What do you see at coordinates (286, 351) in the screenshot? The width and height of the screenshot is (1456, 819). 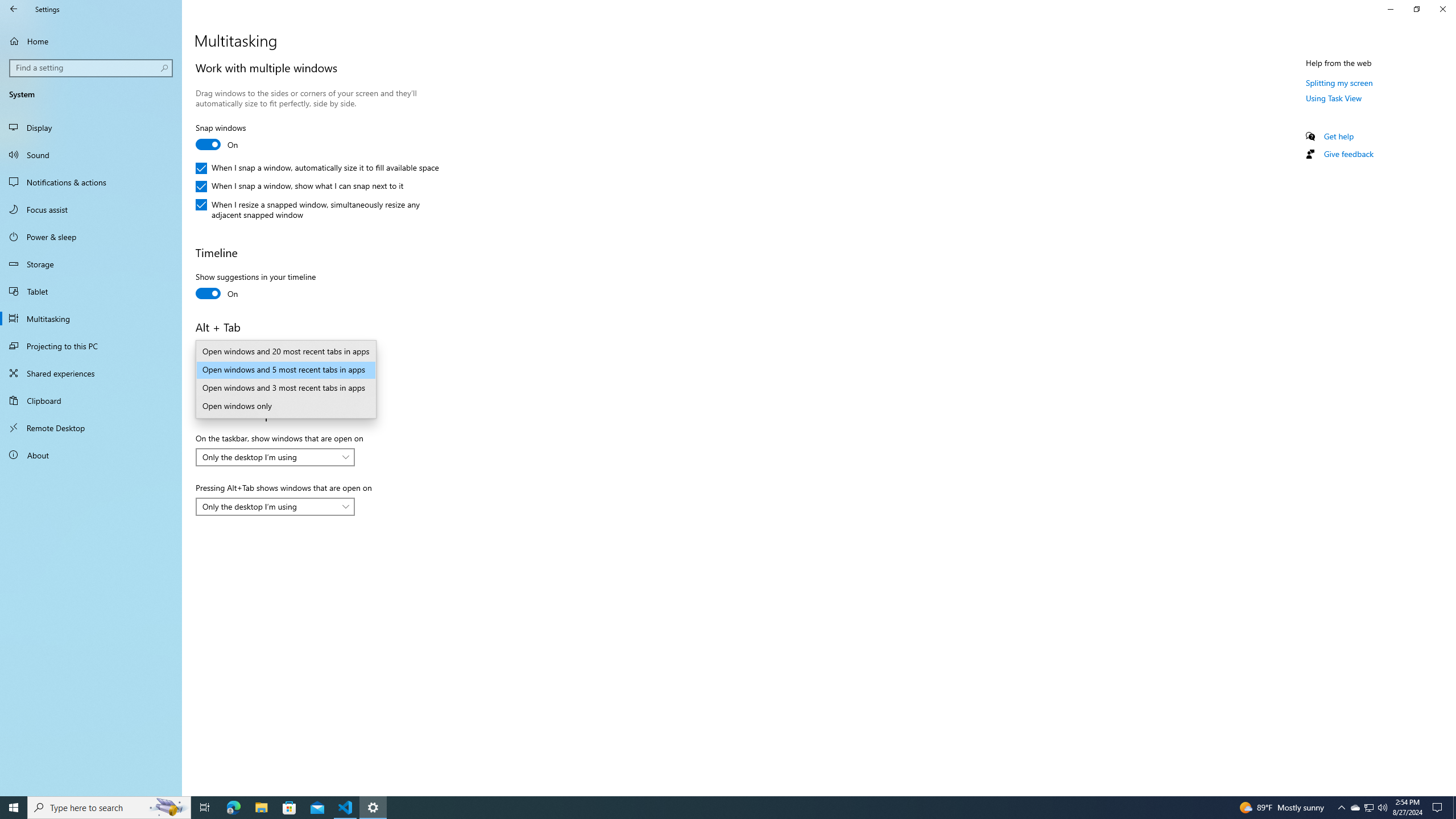 I see `'Open windows and 20 most recent tabs in apps'` at bounding box center [286, 351].